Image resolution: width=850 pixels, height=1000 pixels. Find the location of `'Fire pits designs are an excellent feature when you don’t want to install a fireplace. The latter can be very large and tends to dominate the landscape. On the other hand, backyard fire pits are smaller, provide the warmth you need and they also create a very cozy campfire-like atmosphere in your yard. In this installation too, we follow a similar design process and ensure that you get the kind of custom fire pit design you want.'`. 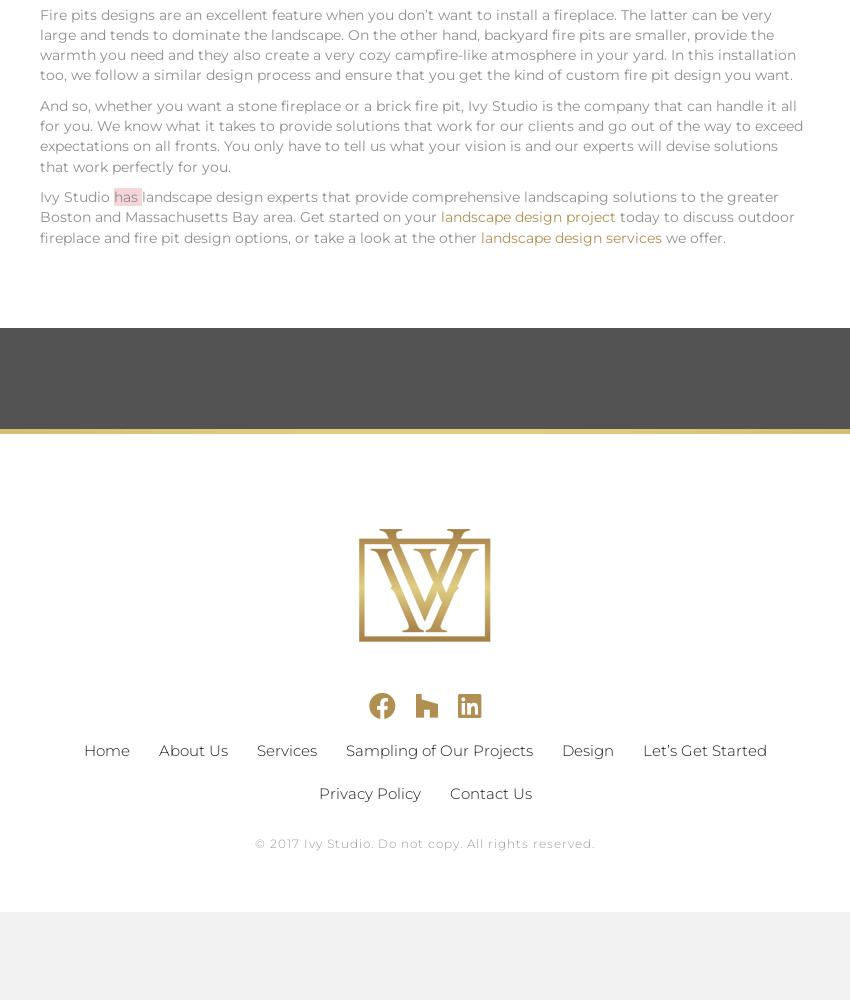

'Fire pits designs are an excellent feature when you don’t want to install a fireplace. The latter can be very large and tends to dominate the landscape. On the other hand, backyard fire pits are smaller, provide the warmth you need and they also create a very cozy campfire-like atmosphere in your yard. In this installation too, we follow a similar design process and ensure that you get the kind of custom fire pit design you want.' is located at coordinates (418, 44).